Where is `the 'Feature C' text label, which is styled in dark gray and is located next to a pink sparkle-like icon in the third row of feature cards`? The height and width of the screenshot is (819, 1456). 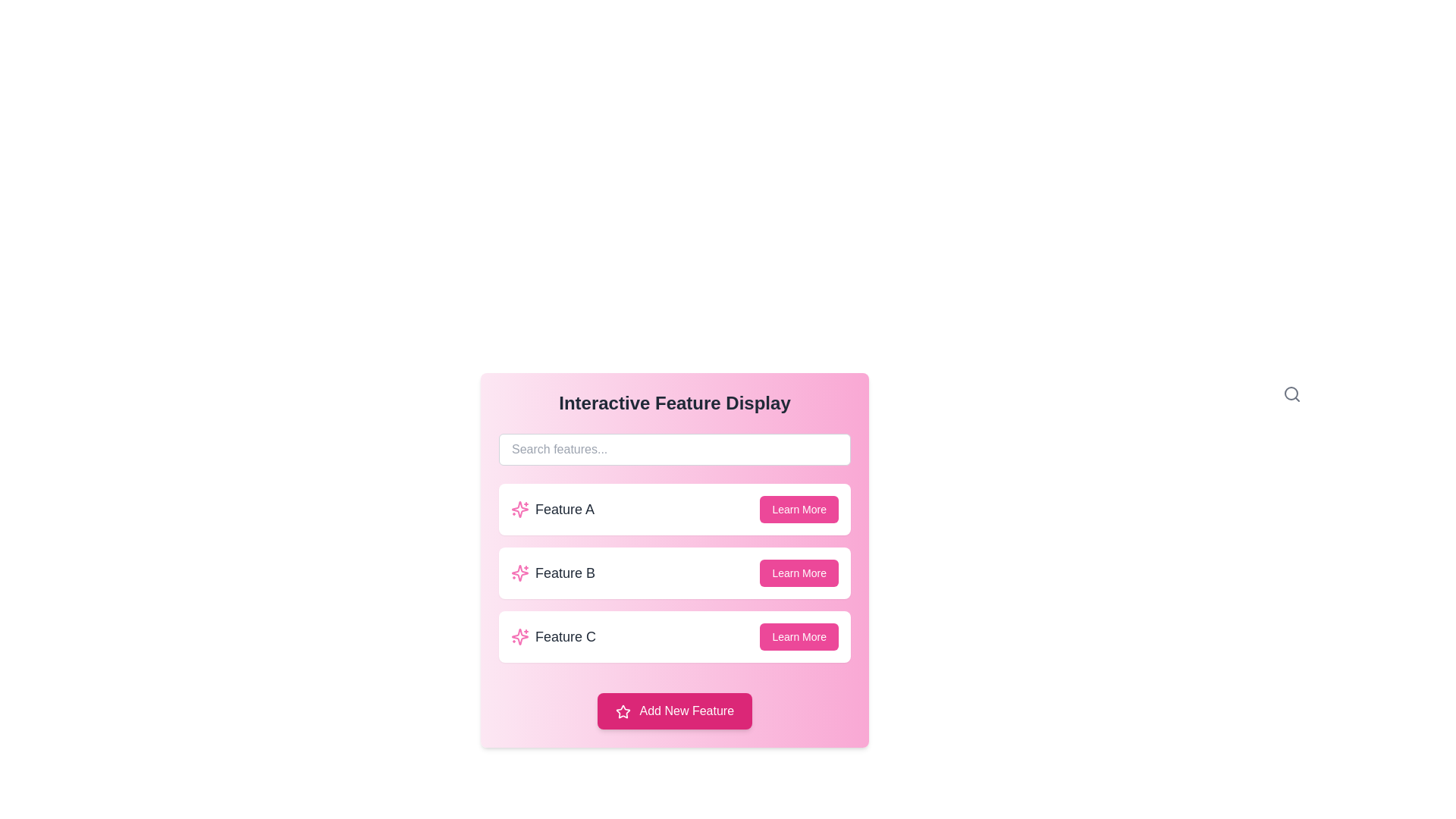
the 'Feature C' text label, which is styled in dark gray and is located next to a pink sparkle-like icon in the third row of feature cards is located at coordinates (552, 637).